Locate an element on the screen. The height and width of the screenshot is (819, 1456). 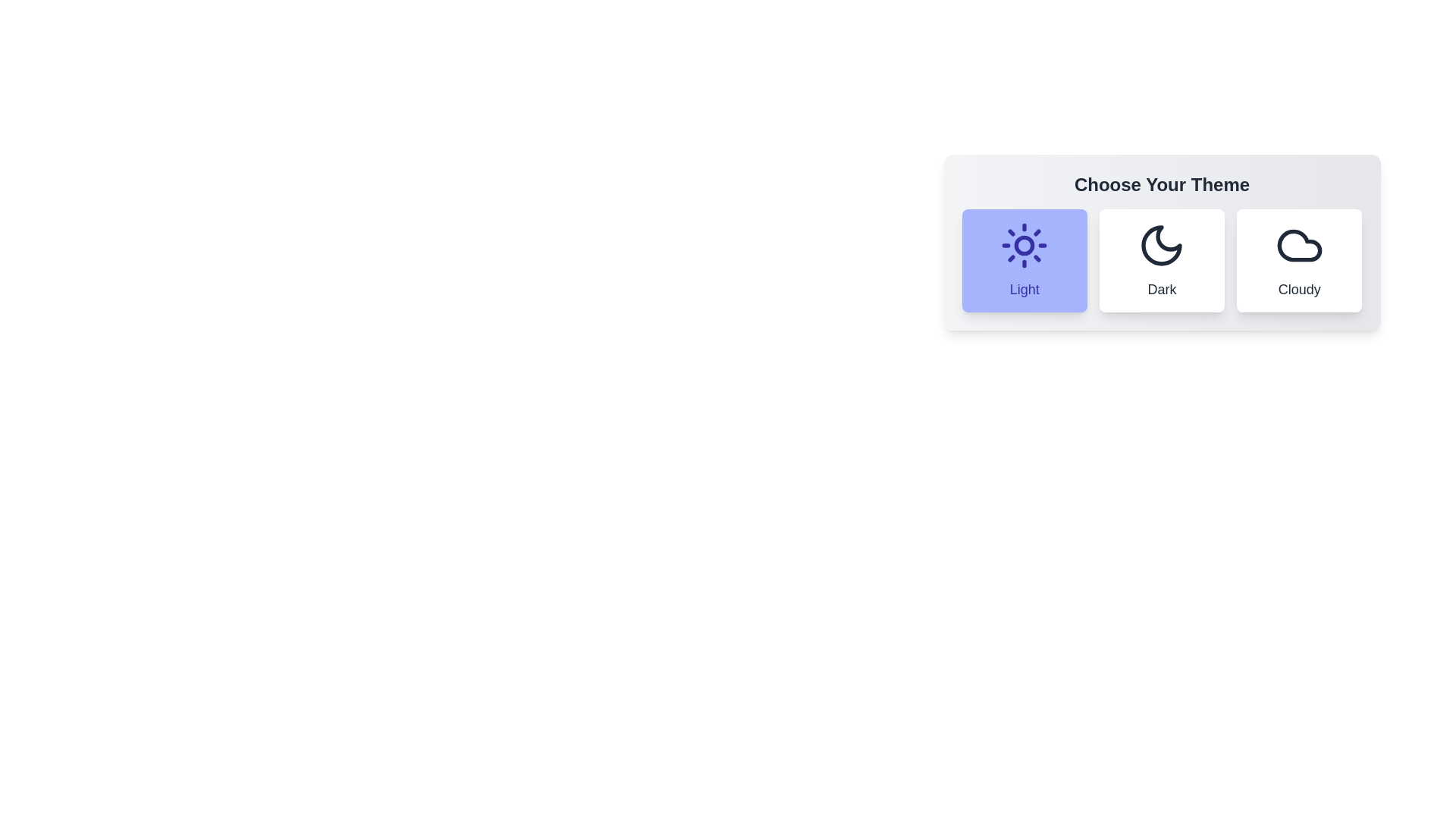
the light theme icon, which is a small filled circular icon at the center of a larger sun-shaped icon in the theme selection component is located at coordinates (1025, 245).